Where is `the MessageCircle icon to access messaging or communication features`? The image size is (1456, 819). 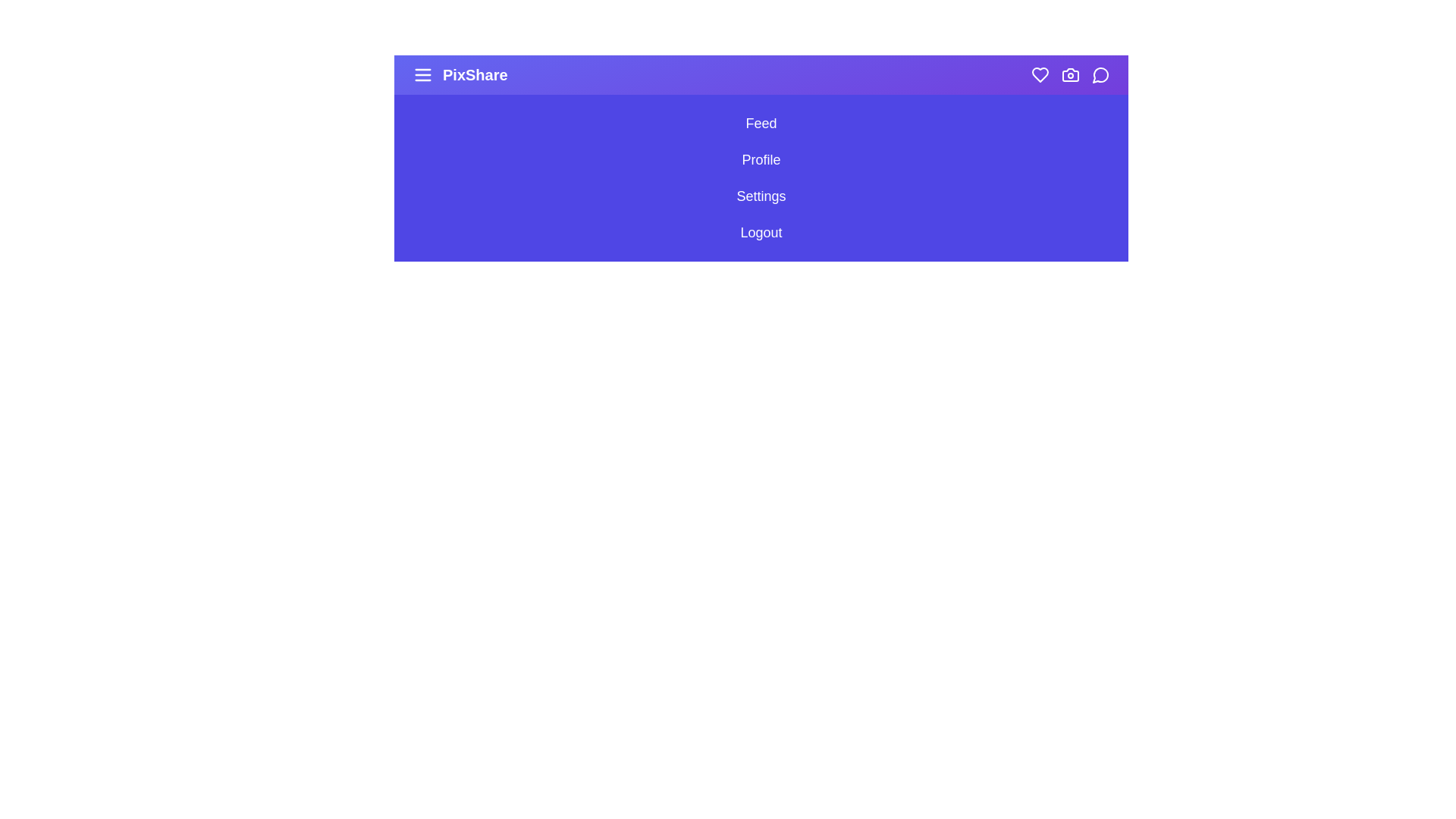
the MessageCircle icon to access messaging or communication features is located at coordinates (1100, 75).